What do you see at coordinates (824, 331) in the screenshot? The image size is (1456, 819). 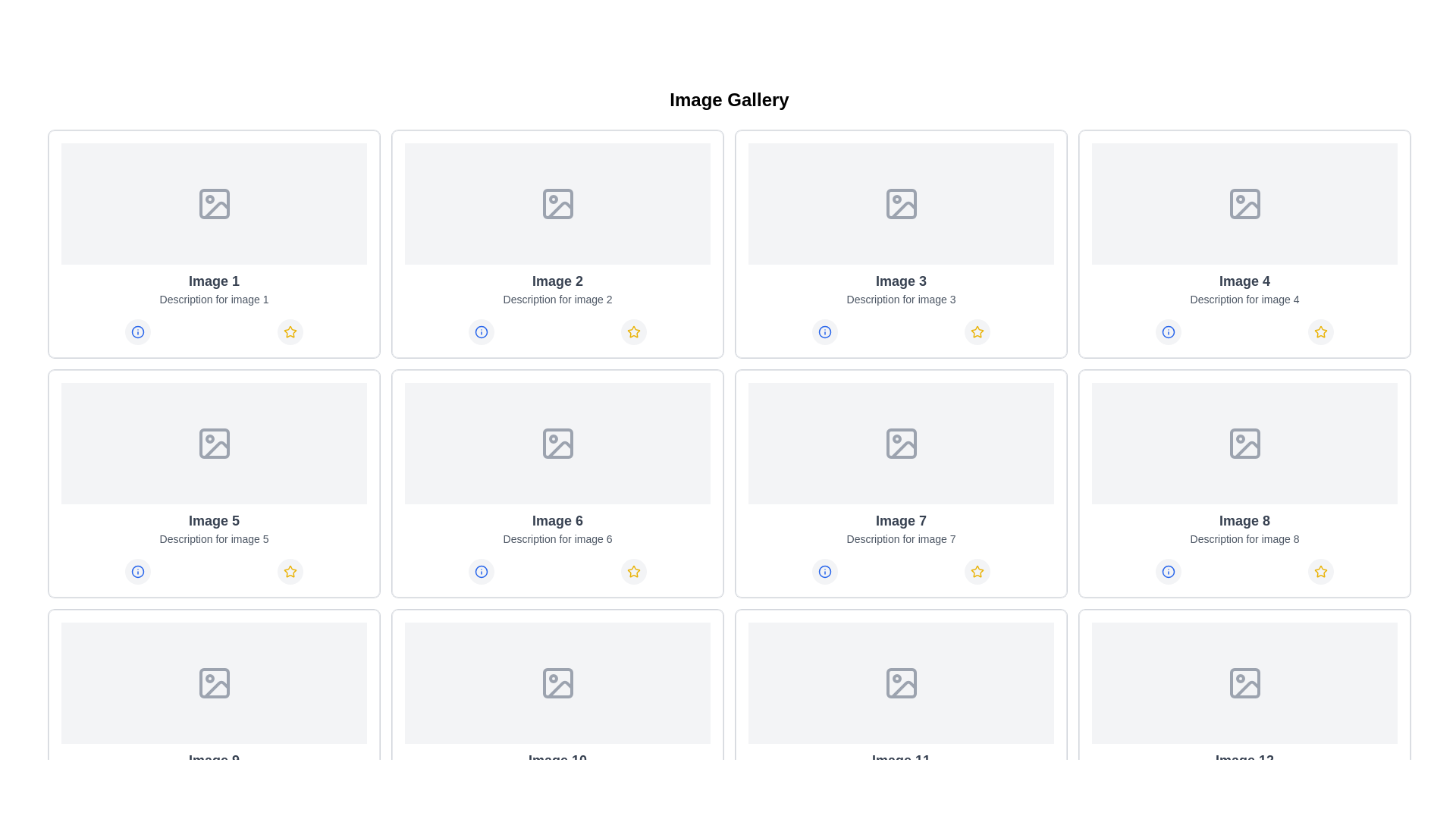 I see `the rounded icon button with a gray background and a blue outlined information symbol located in the second row, third column of the grid layout` at bounding box center [824, 331].